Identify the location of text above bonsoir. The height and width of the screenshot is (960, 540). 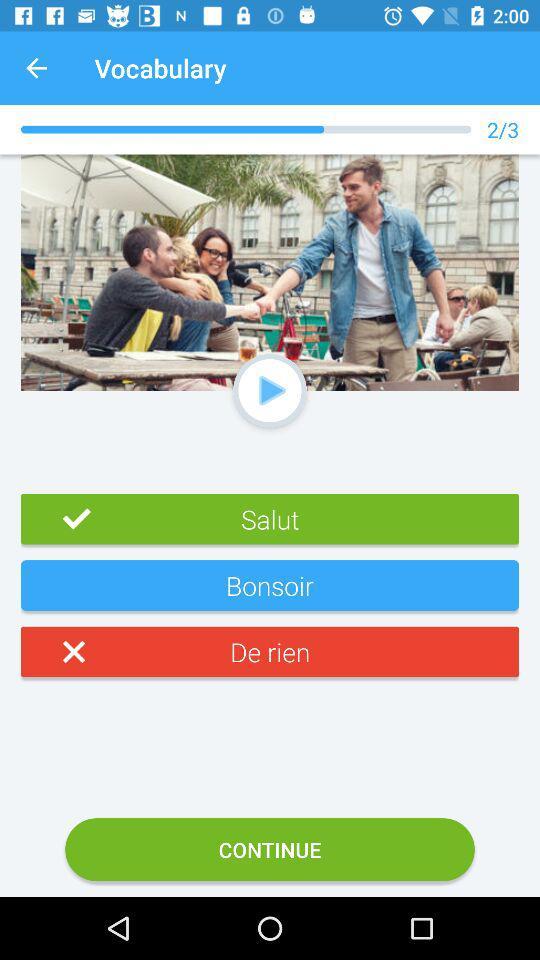
(270, 526).